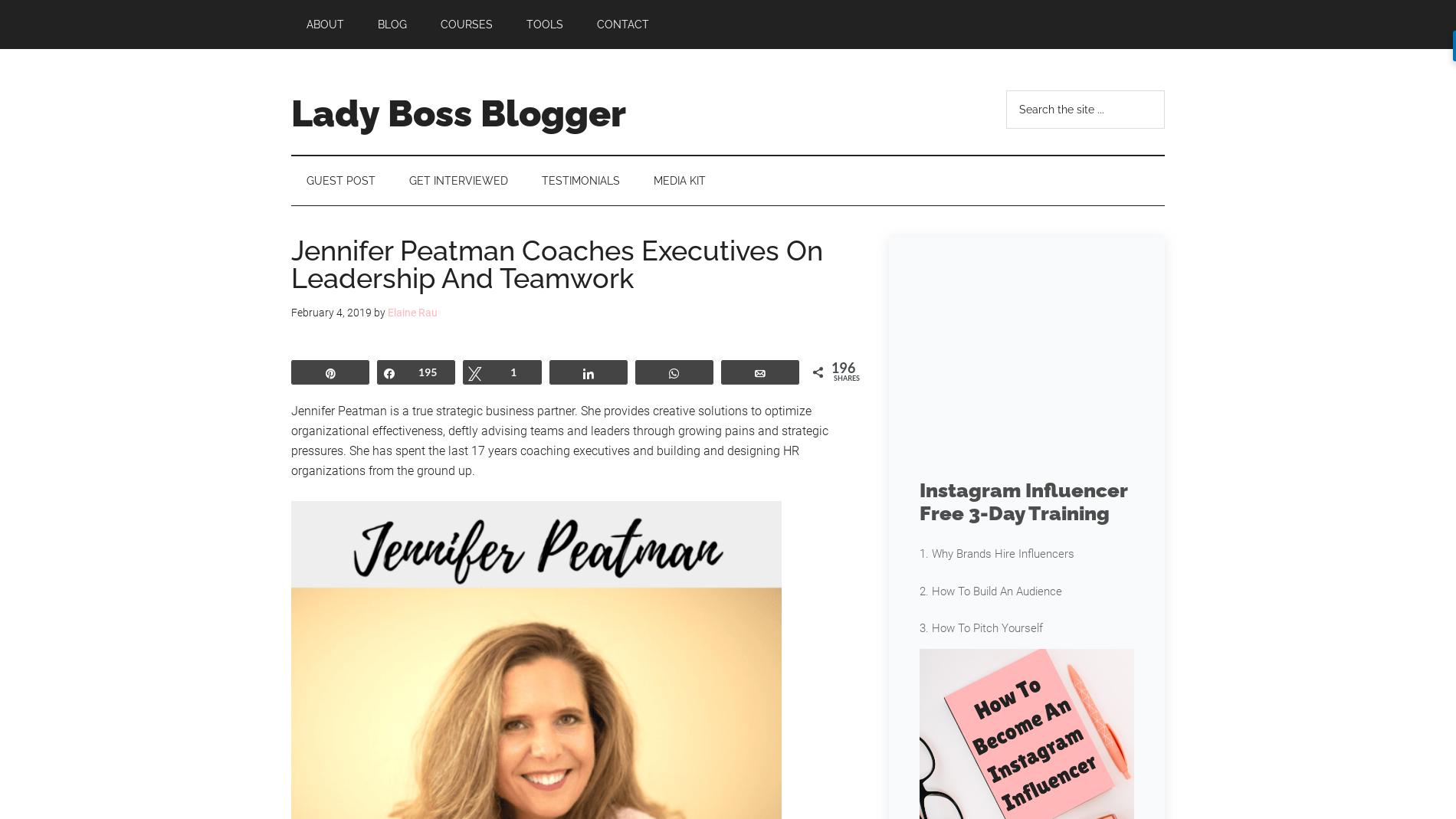 The height and width of the screenshot is (819, 1456). What do you see at coordinates (305, 180) in the screenshot?
I see `'Guest Post'` at bounding box center [305, 180].